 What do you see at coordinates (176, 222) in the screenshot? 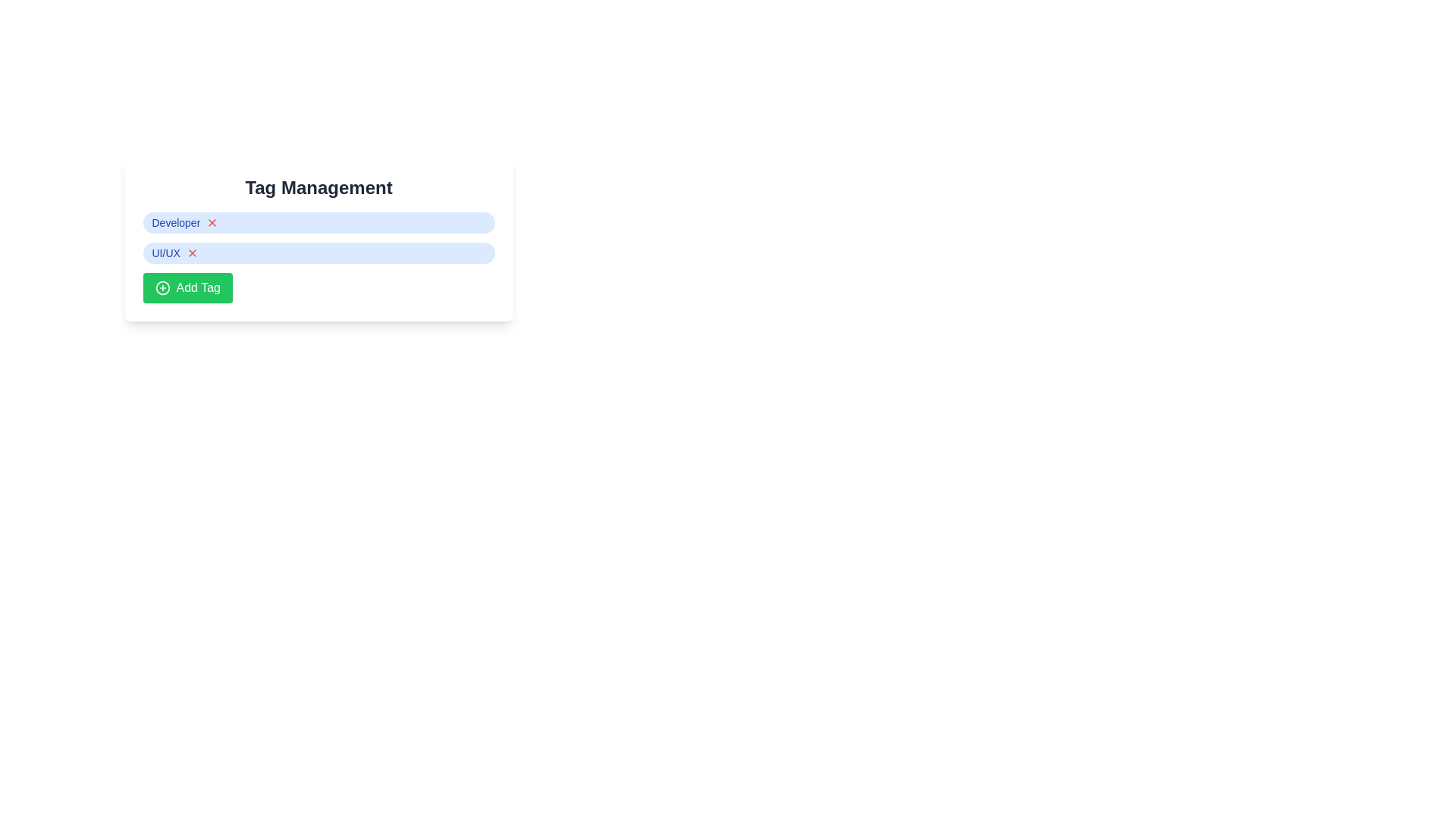
I see `the static text label in the 'Tag Management' component, which is the first text element aligned to the left of the 'X' delete icon` at bounding box center [176, 222].